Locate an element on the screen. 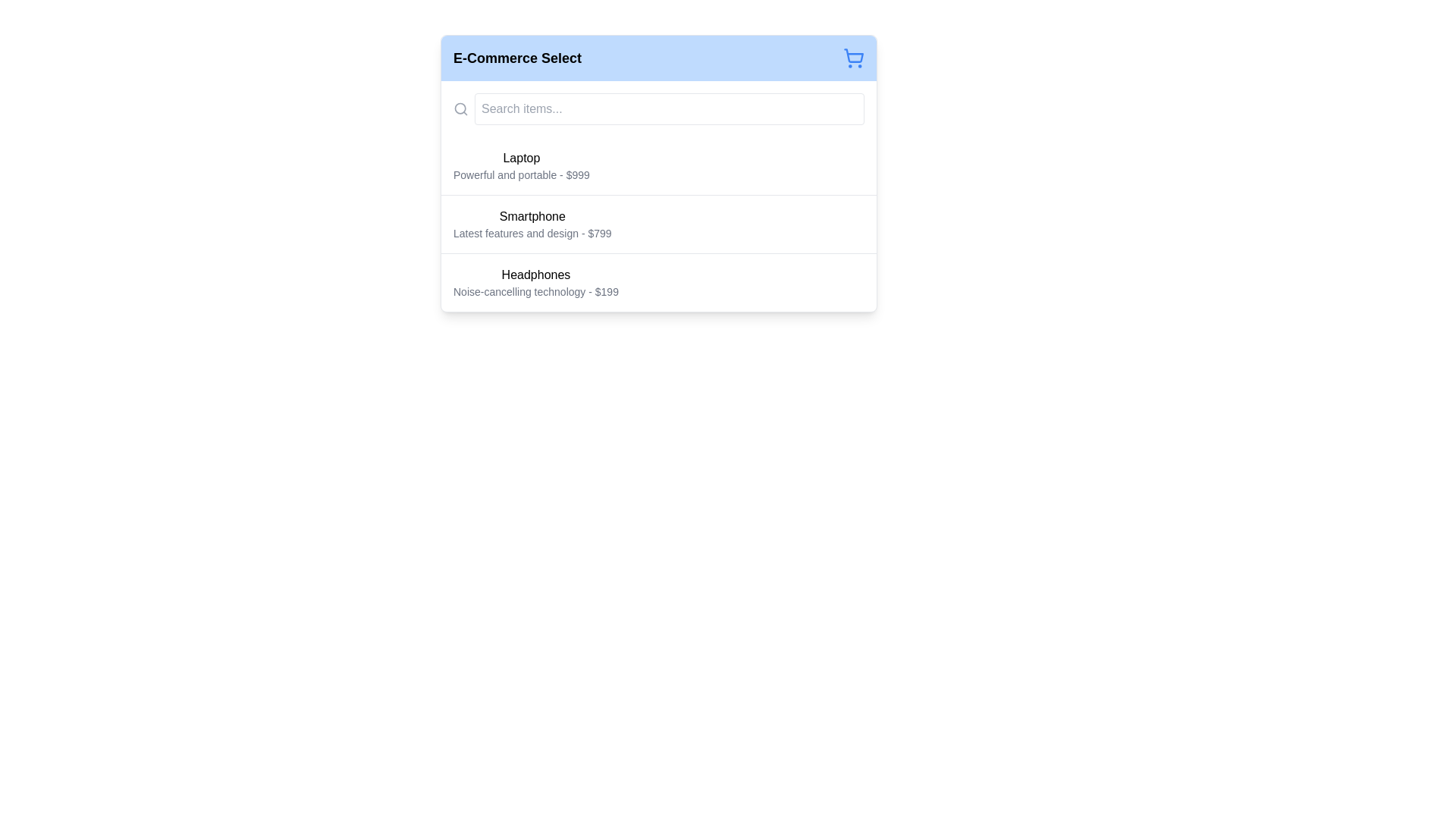 The image size is (1456, 819). the text label displaying 'Laptop', which is a bold headline in the first item group of the vertical list is located at coordinates (521, 158).